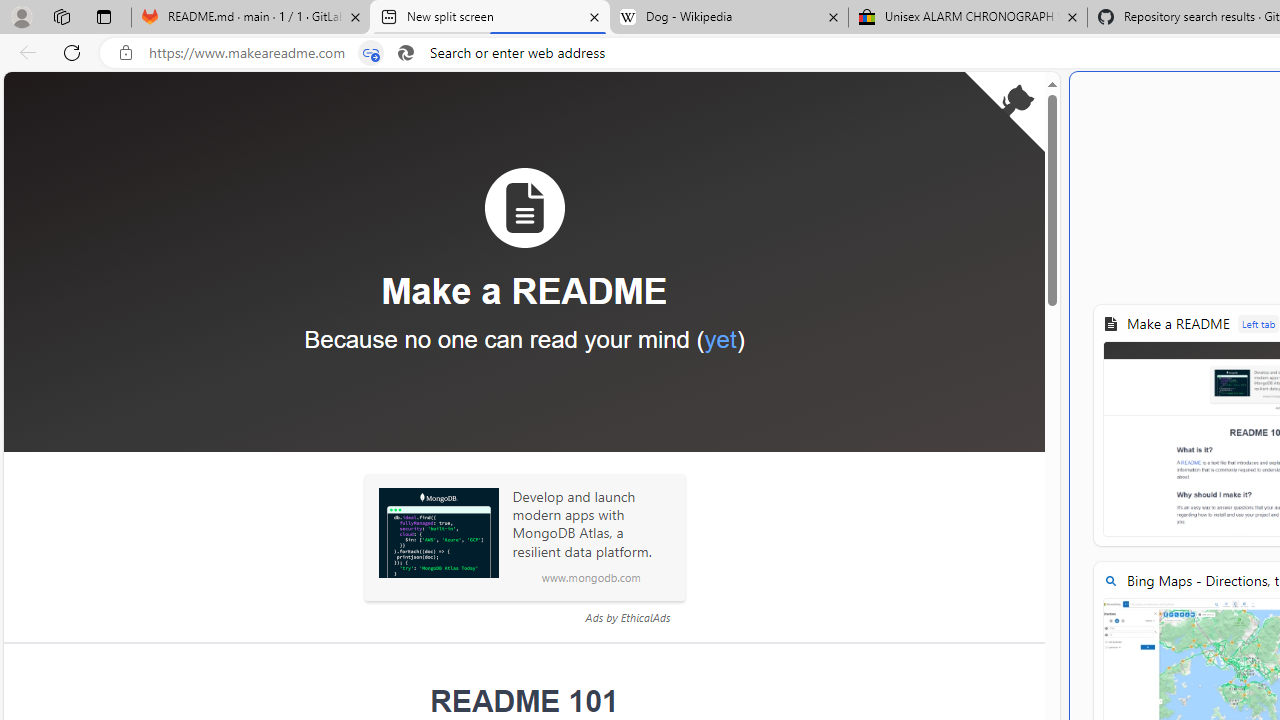  What do you see at coordinates (371, 52) in the screenshot?
I see `'Tabs in split screen'` at bounding box center [371, 52].